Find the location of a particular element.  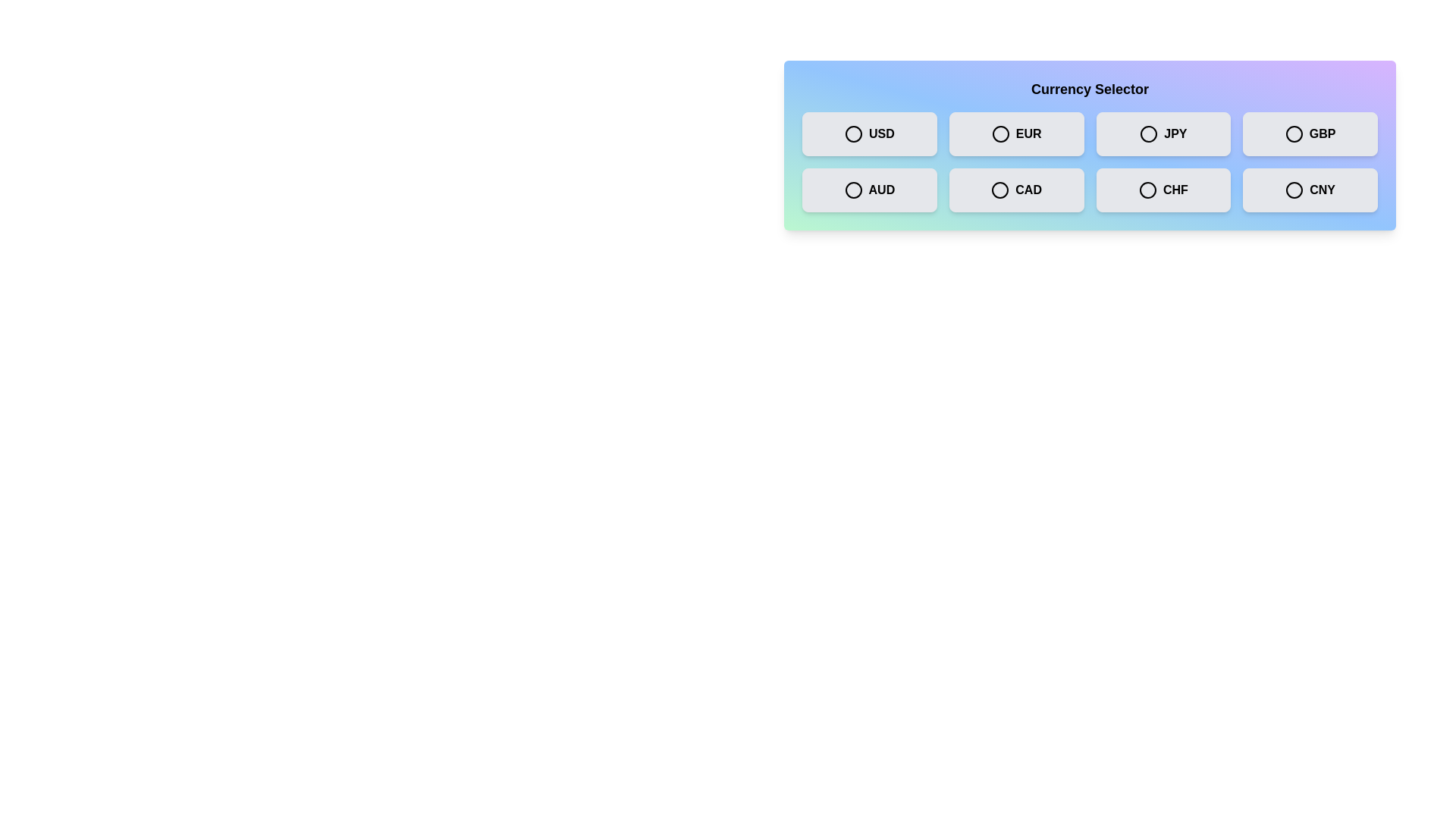

the currency box labeled CHF to observe the hover effect is located at coordinates (1163, 189).